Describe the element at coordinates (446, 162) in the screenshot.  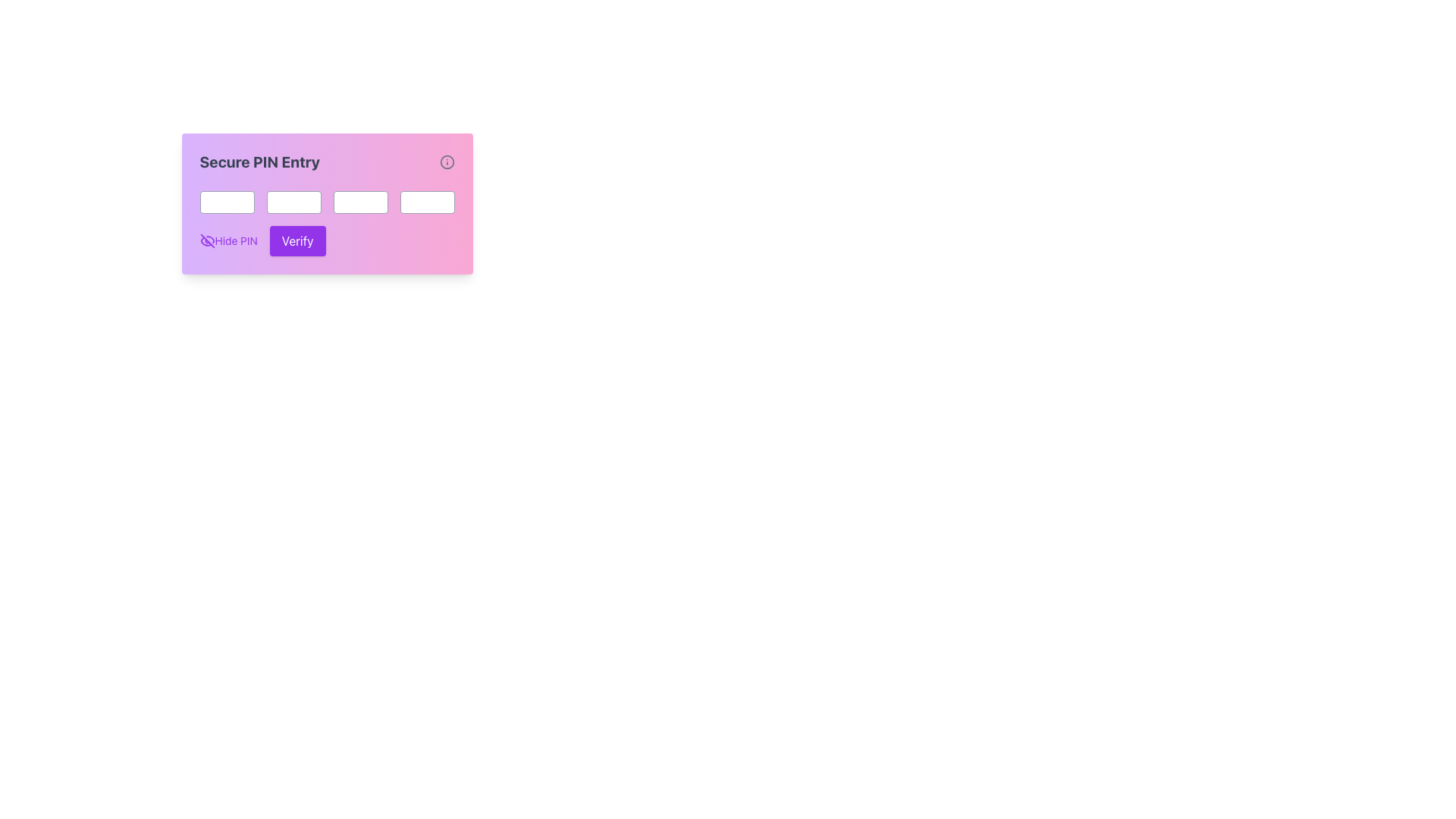
I see `the informational icon located at the top-right corner of the 'Secure PIN Entry' section` at that location.